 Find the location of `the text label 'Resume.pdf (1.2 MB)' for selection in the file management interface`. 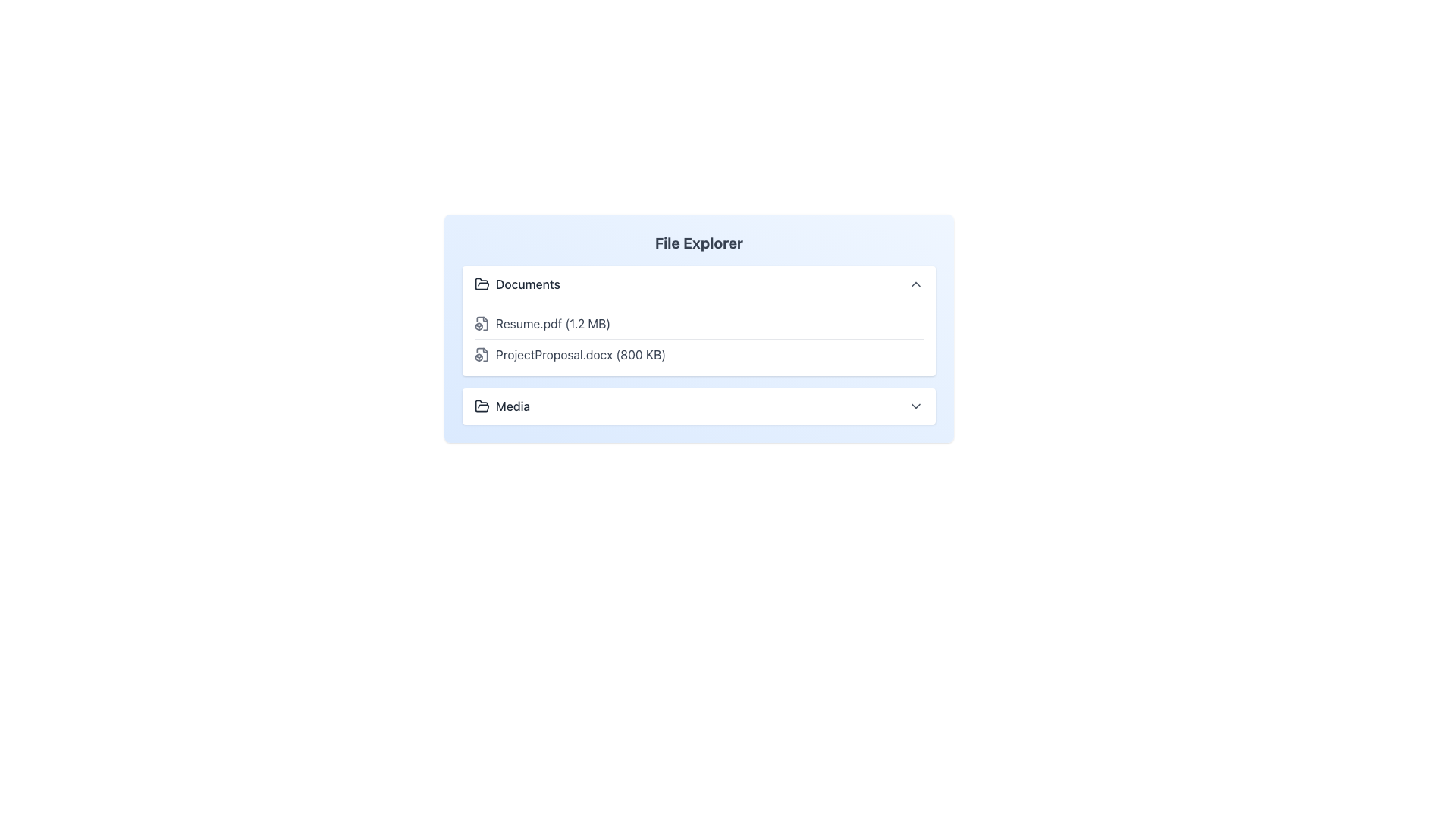

the text label 'Resume.pdf (1.2 MB)' for selection in the file management interface is located at coordinates (552, 323).